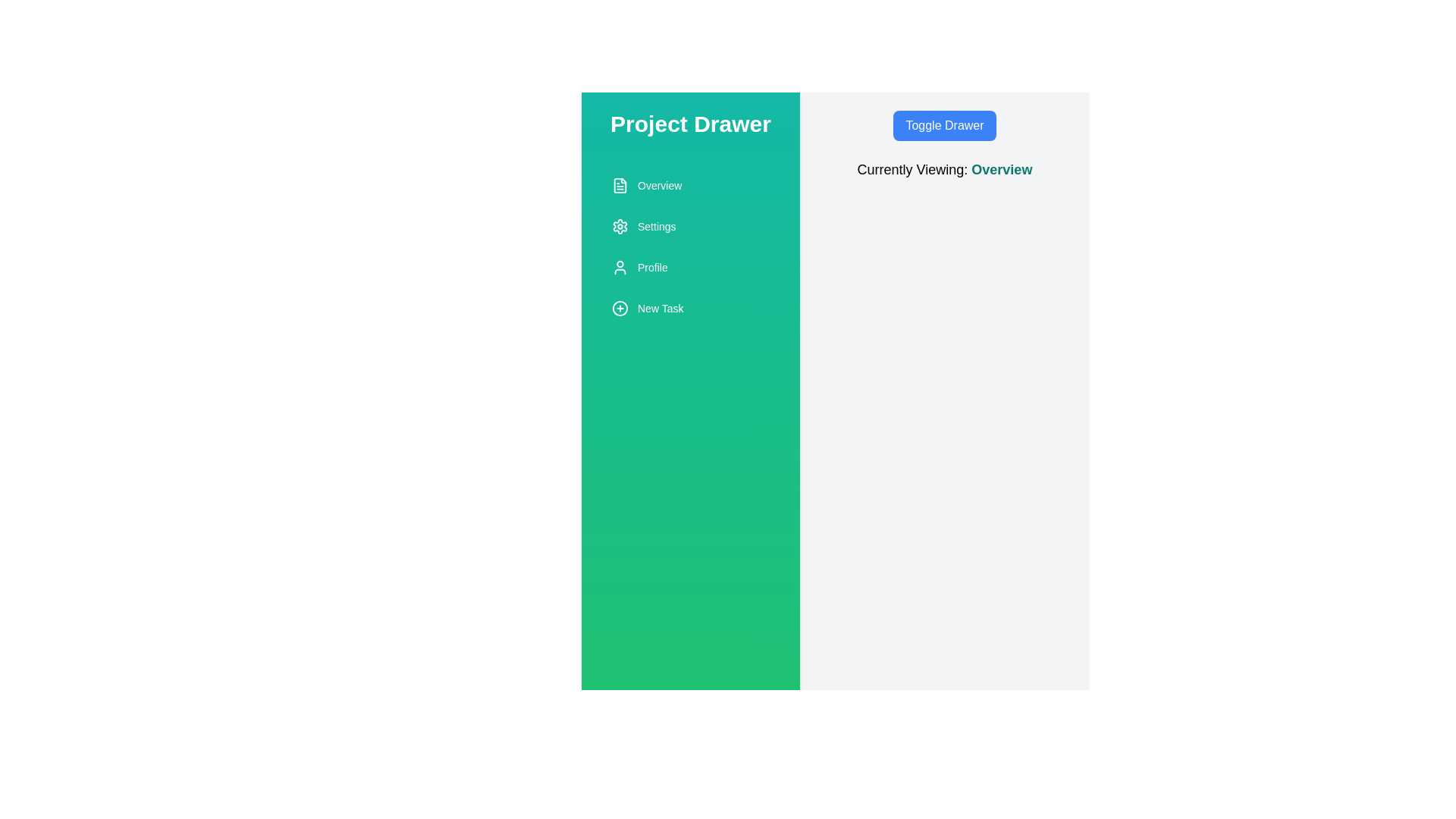 The image size is (1456, 819). I want to click on the header text 'Project Drawer' for copying, so click(690, 124).